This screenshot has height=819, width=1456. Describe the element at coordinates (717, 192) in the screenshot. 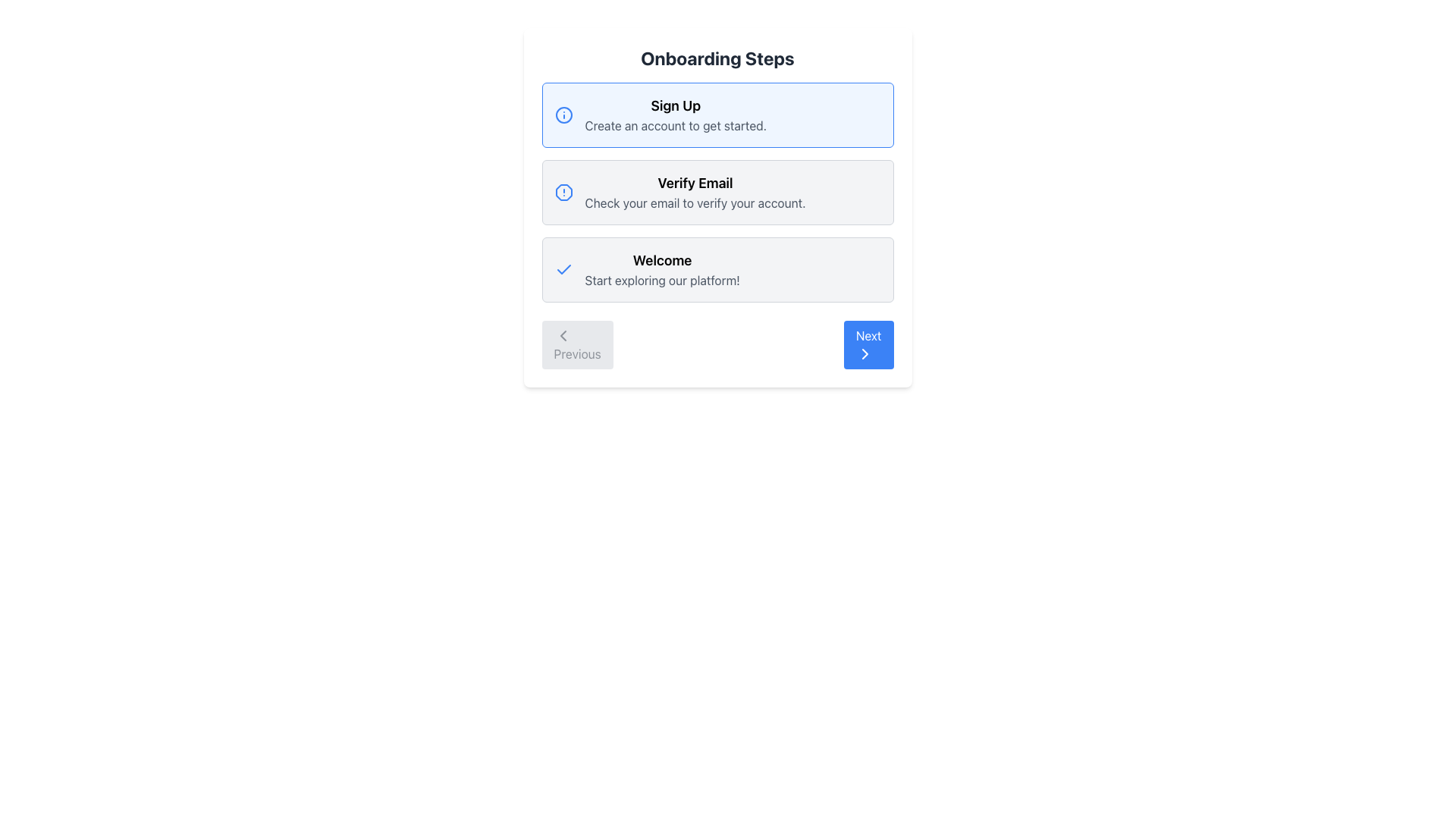

I see `information card that instructs users to verify their email address, positioned as the second card in the vertical list of three cards within the 'Onboarding Steps' section` at that location.